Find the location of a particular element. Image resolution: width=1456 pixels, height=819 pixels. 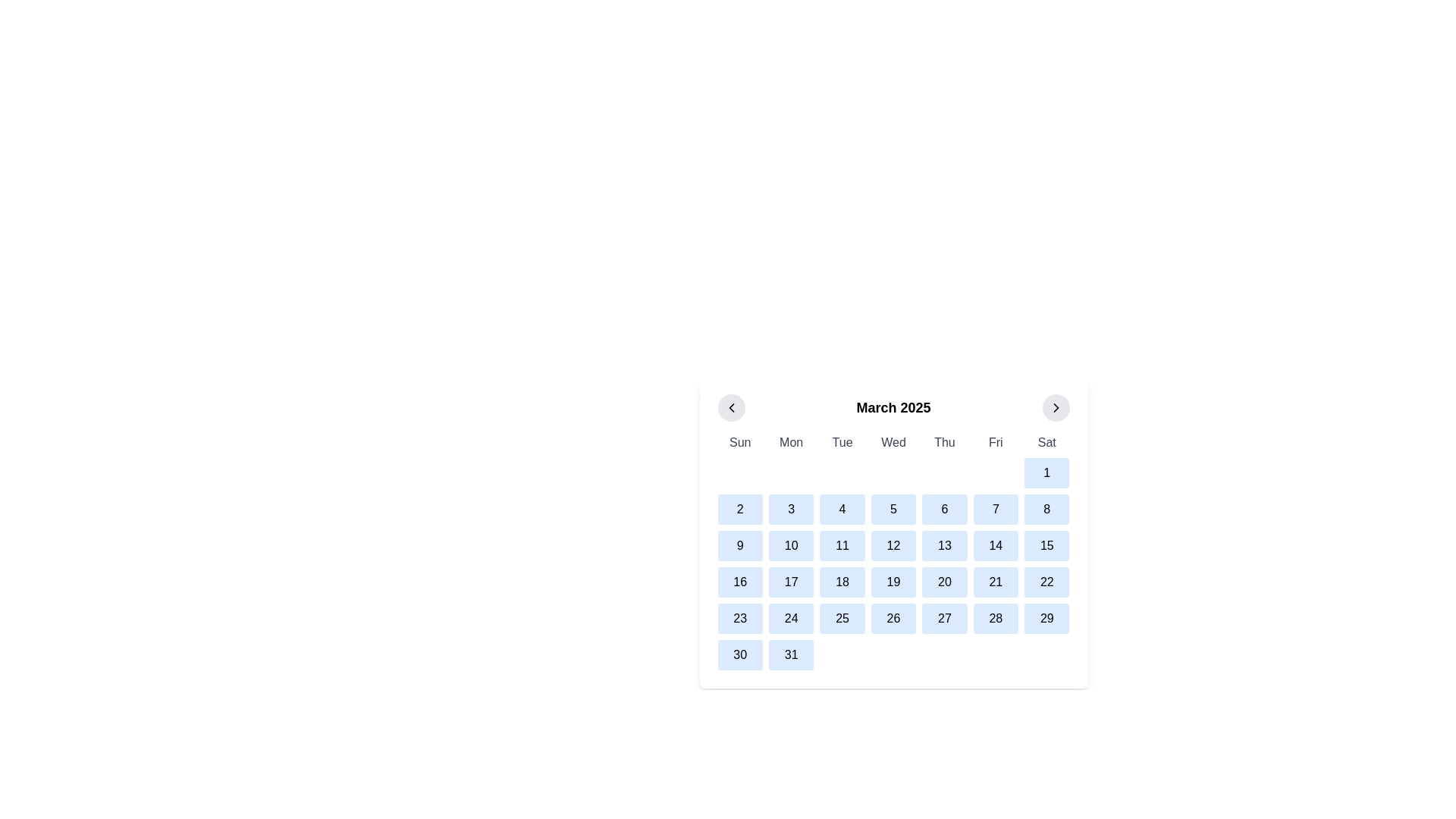

the rectangular button with a light blue background that displays the number '20' centered in black text, located in the sixth row and sixth column of the calendar grid for March 2025 is located at coordinates (943, 581).